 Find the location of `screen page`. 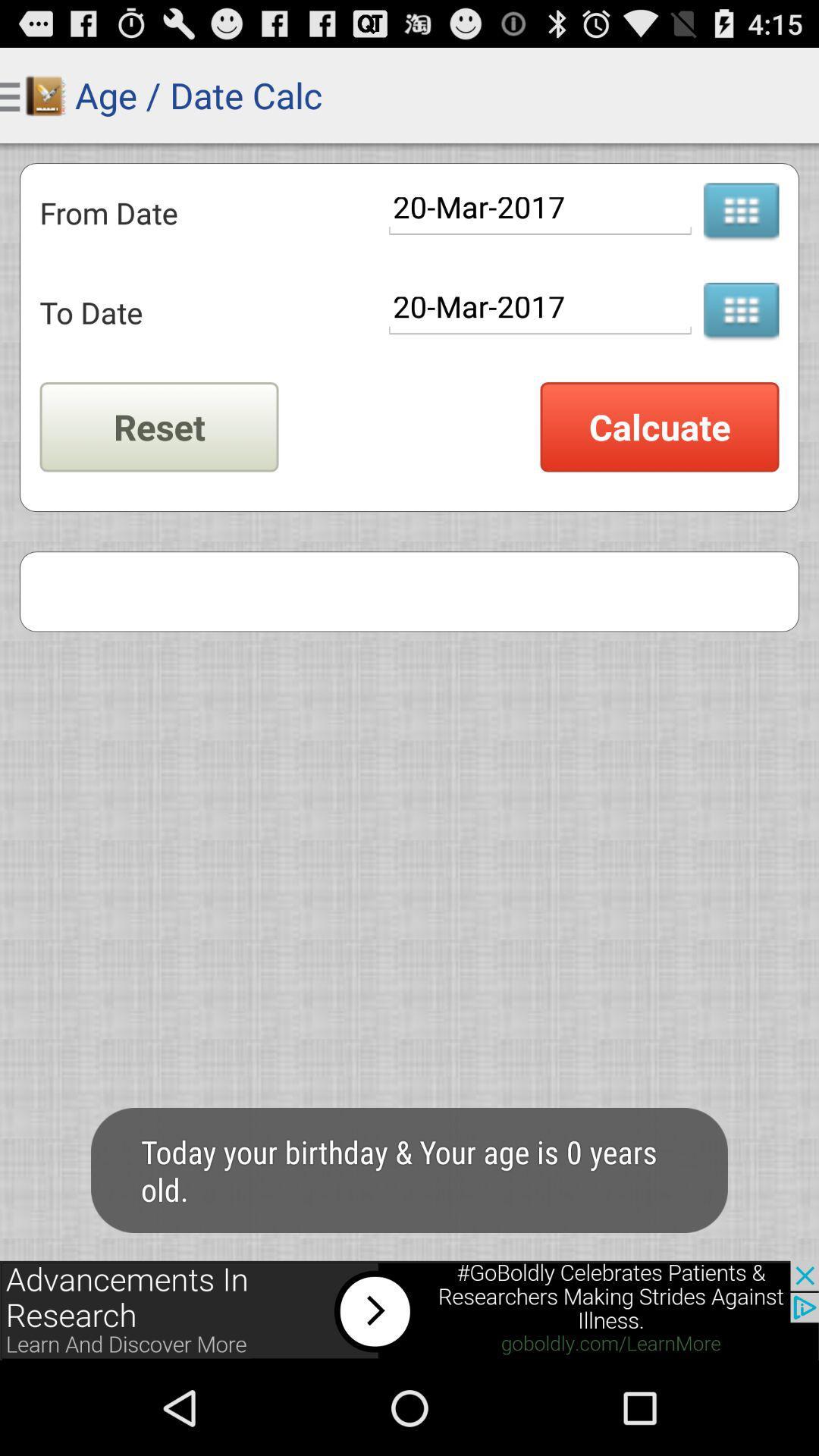

screen page is located at coordinates (409, 1310).